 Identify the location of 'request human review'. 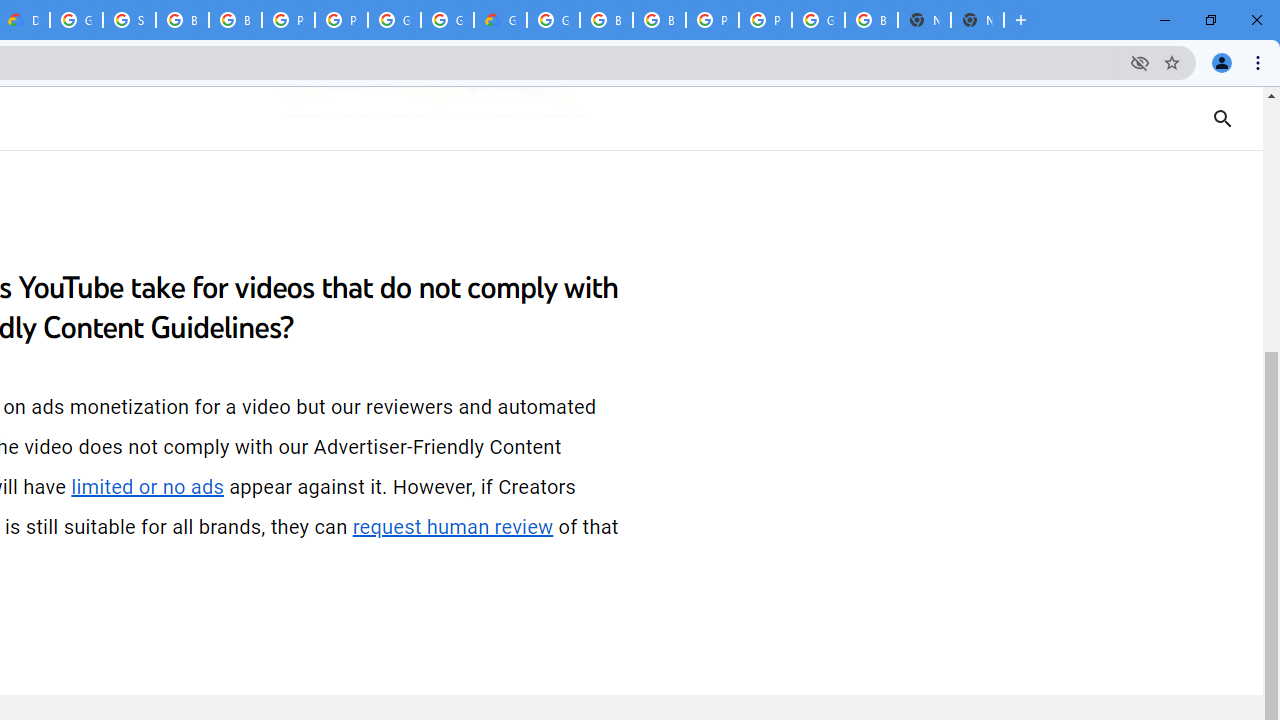
(452, 526).